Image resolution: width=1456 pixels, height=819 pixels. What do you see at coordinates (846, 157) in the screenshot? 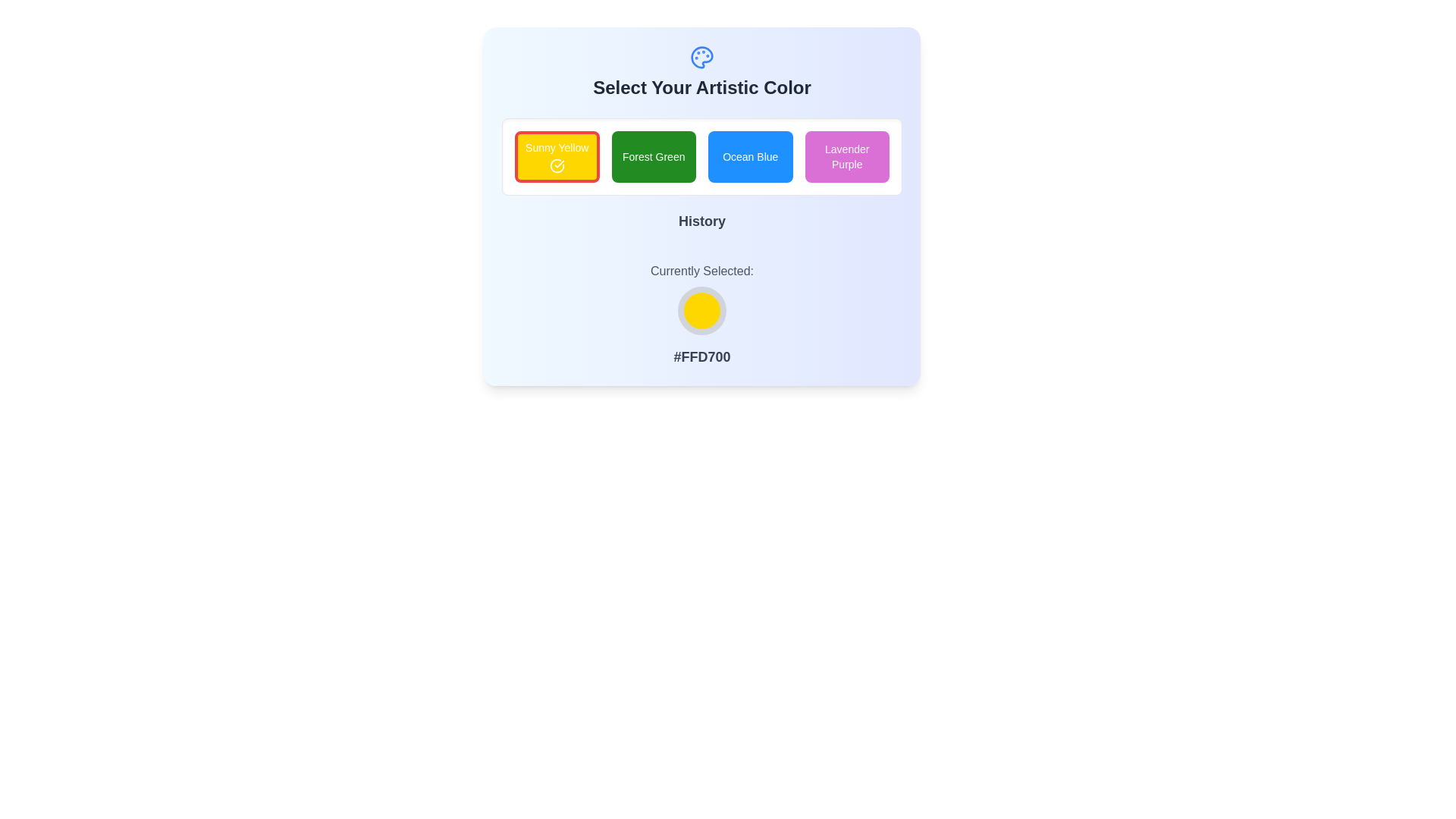
I see `the 'Lavender Purple' color selection button located in the top-right corner of the color chooser interface to trigger visual feedback` at bounding box center [846, 157].